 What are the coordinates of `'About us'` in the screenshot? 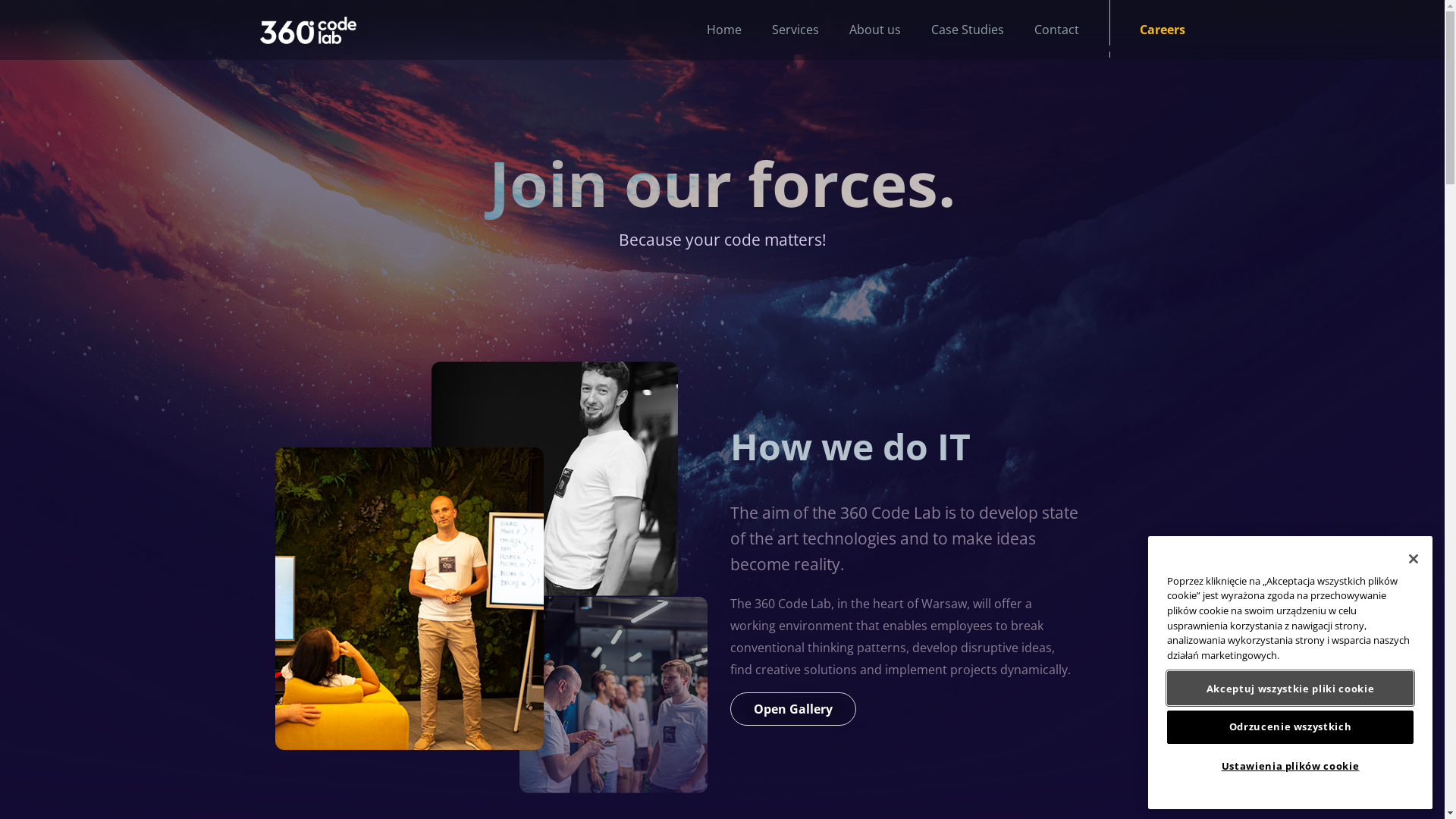 It's located at (859, 30).